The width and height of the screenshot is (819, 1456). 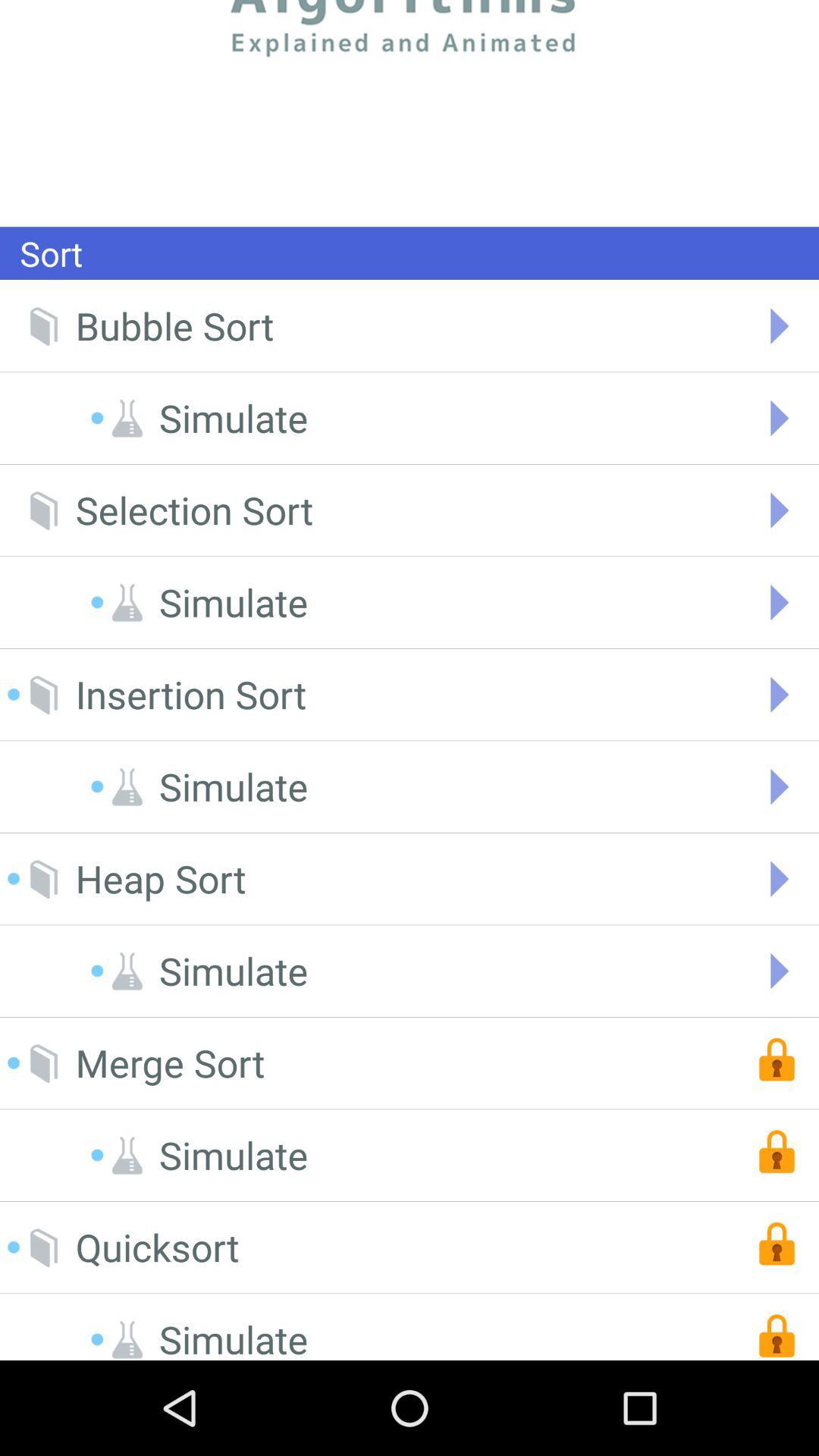 I want to click on icon below the simulate icon, so click(x=193, y=510).